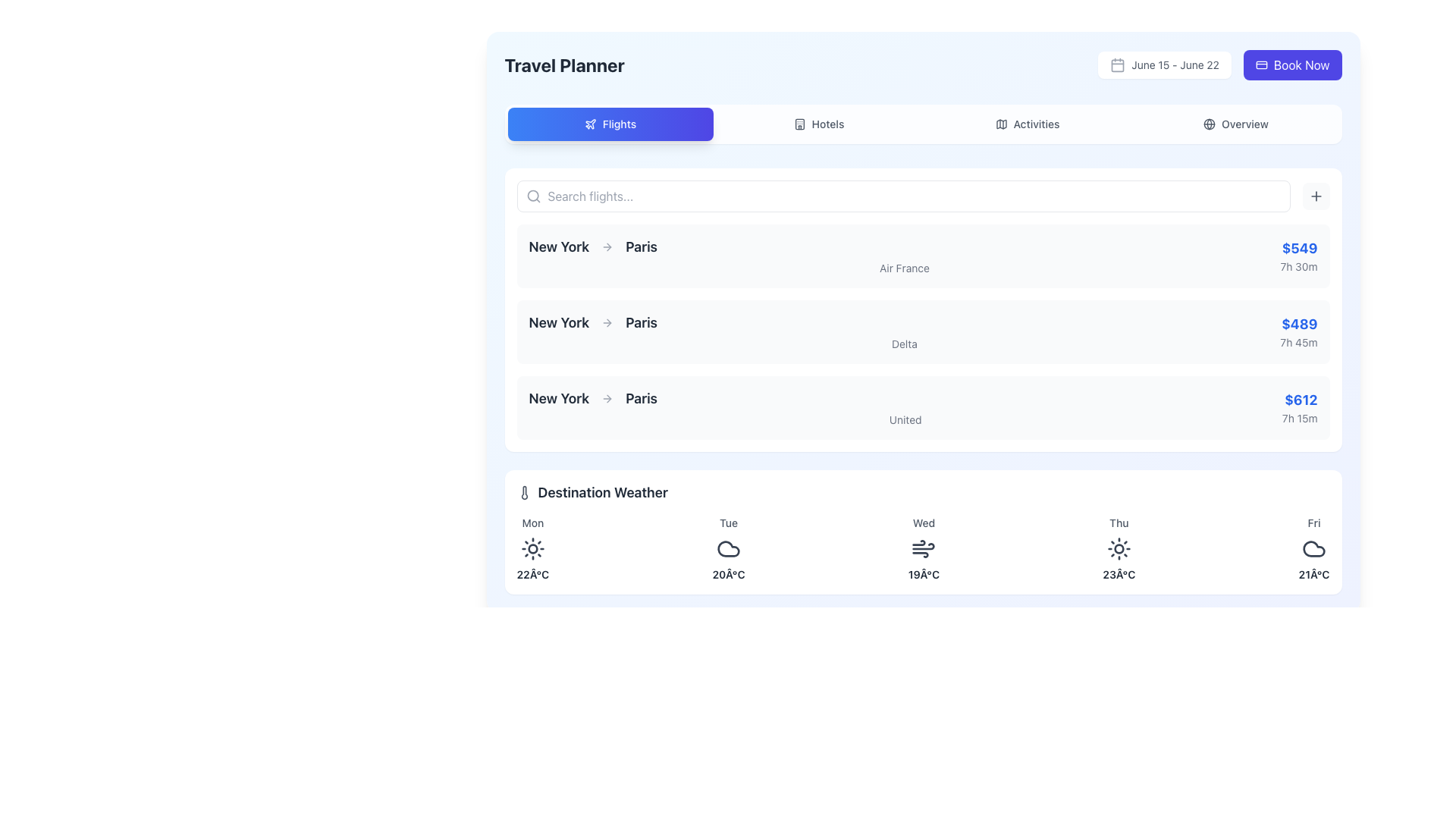 Image resolution: width=1456 pixels, height=819 pixels. Describe the element at coordinates (609, 246) in the screenshot. I see `the rightward-pointing gray arrow icon that is positioned inline between two text strings` at that location.